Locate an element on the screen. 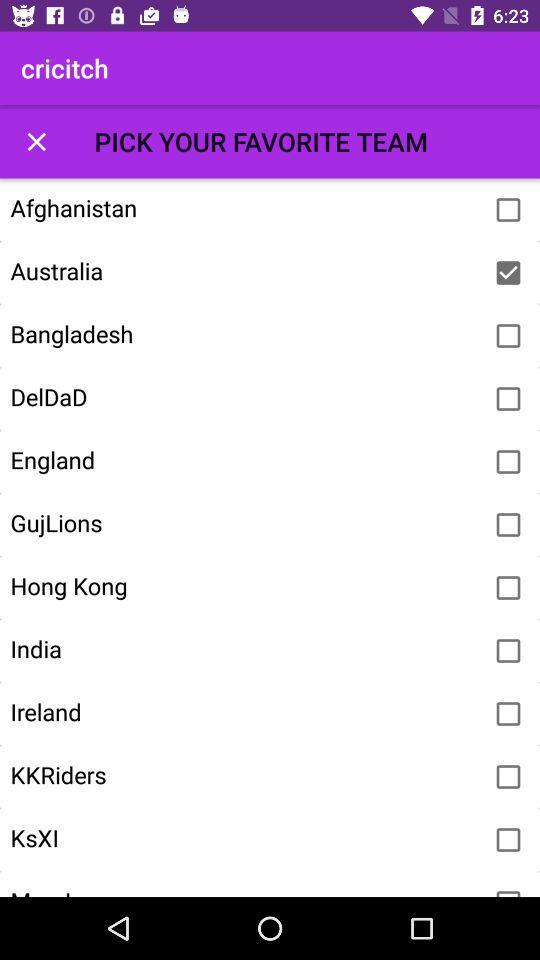 The height and width of the screenshot is (960, 540). england option is located at coordinates (508, 462).